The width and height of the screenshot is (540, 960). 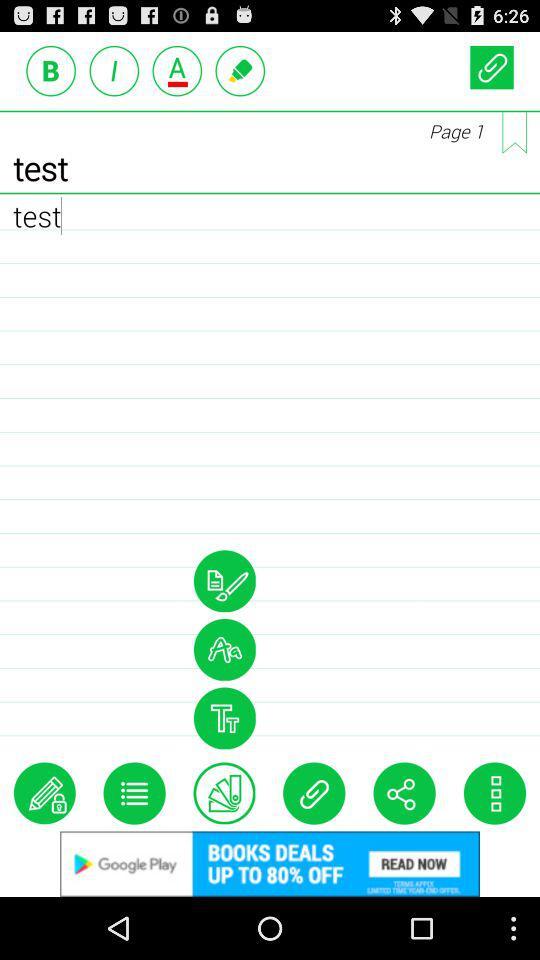 What do you see at coordinates (223, 718) in the screenshot?
I see `set the size of font` at bounding box center [223, 718].